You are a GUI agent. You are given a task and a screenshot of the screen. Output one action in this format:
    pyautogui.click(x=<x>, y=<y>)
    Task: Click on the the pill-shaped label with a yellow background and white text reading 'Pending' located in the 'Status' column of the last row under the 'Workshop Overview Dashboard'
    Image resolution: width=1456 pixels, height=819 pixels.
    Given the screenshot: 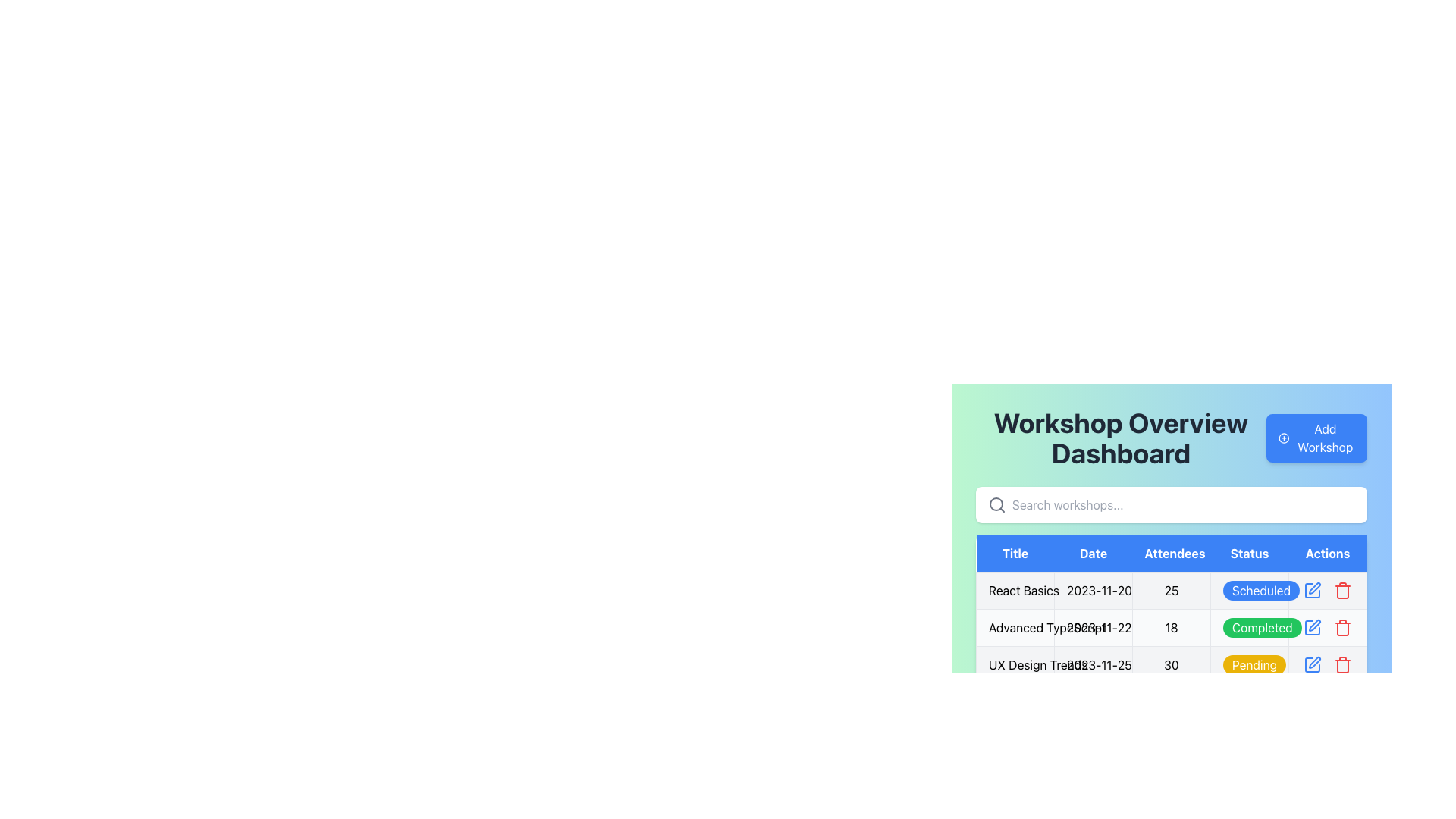 What is the action you would take?
    pyautogui.click(x=1254, y=664)
    